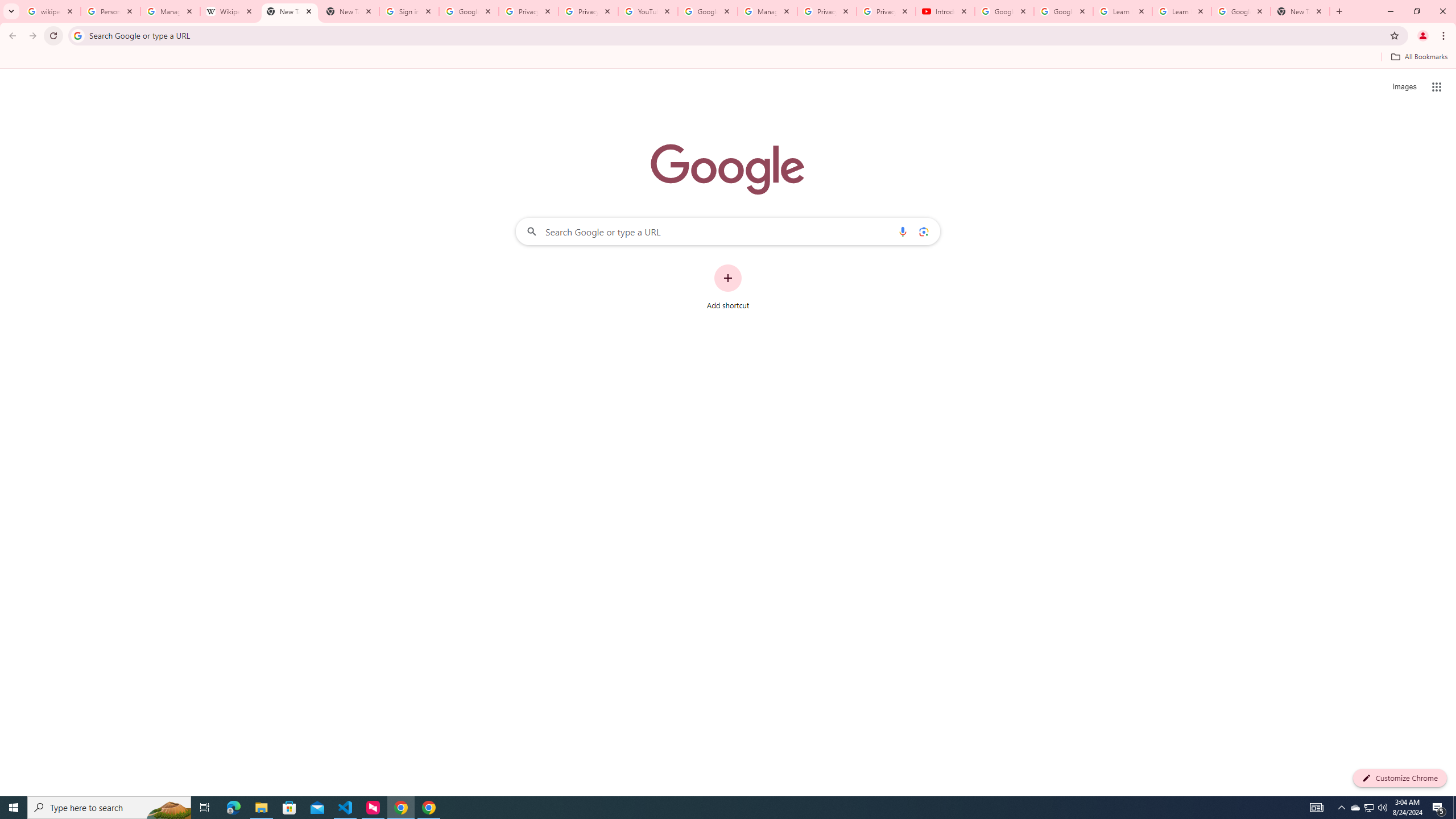 This screenshot has height=819, width=1456. What do you see at coordinates (1004, 11) in the screenshot?
I see `'Google Account Help'` at bounding box center [1004, 11].